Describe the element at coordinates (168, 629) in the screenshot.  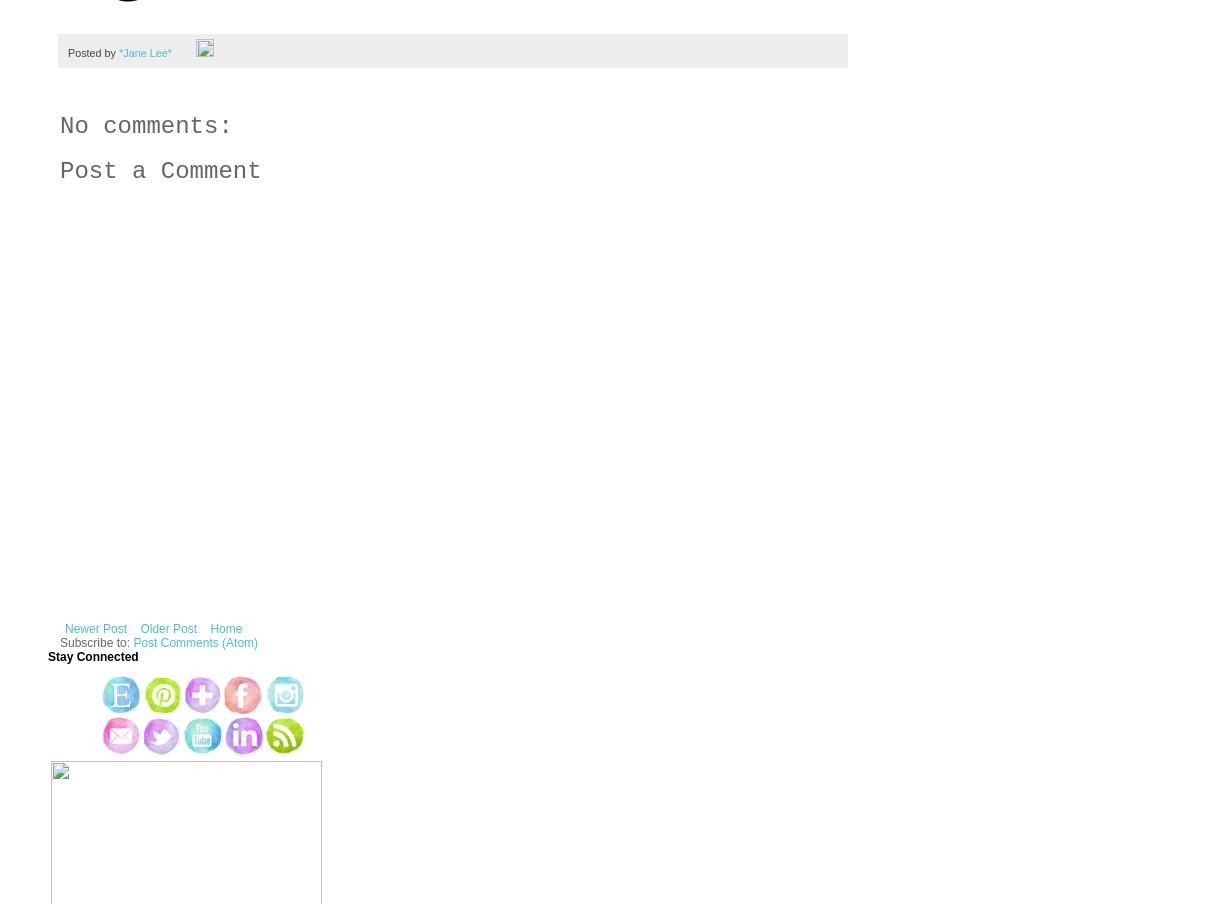
I see `'Older Post'` at that location.